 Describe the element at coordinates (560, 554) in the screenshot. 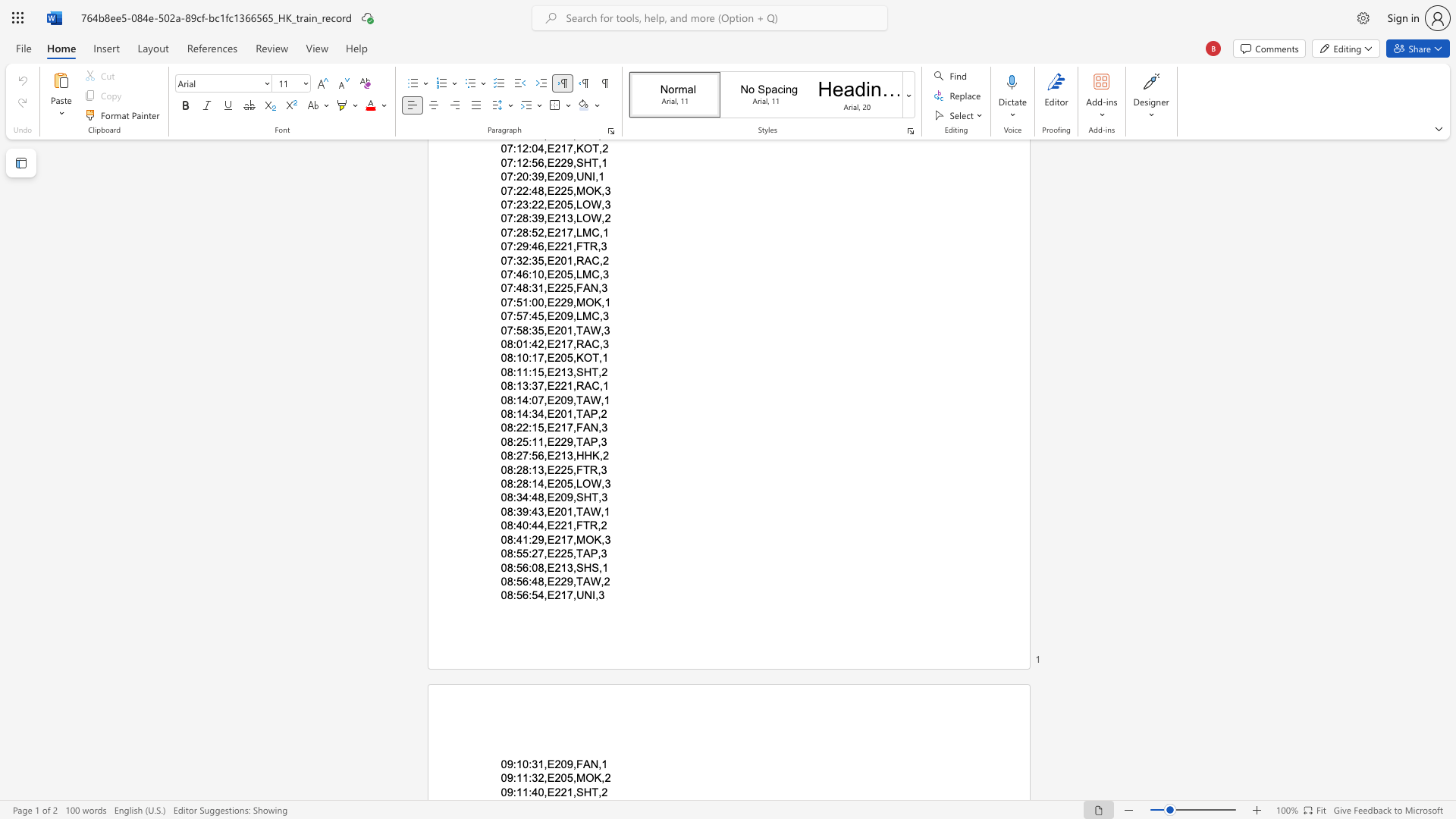

I see `the space between the continuous character "2" and "2" in the text` at that location.